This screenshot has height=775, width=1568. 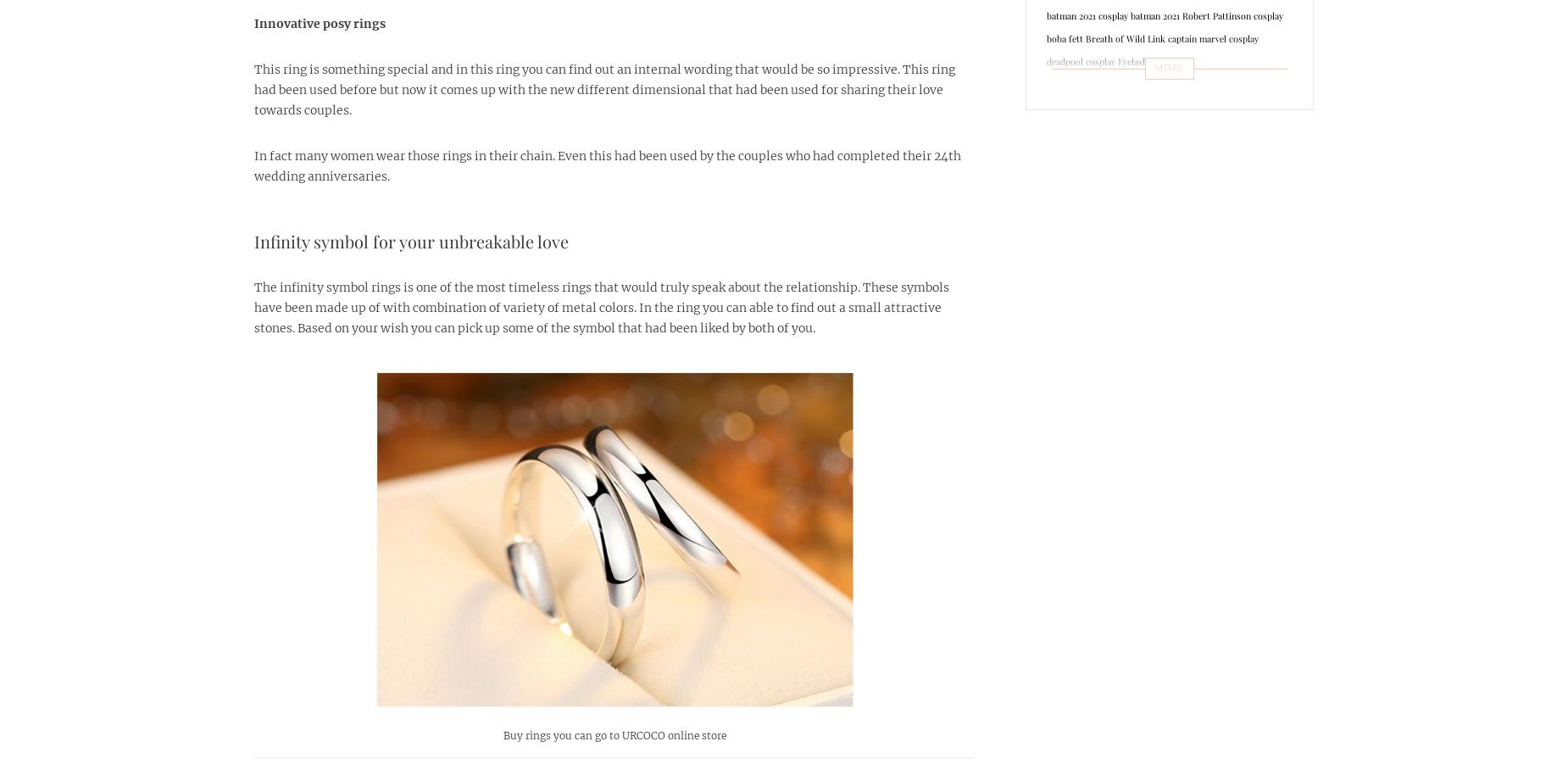 What do you see at coordinates (1086, 14) in the screenshot?
I see `'batman 2021 cosplay'` at bounding box center [1086, 14].